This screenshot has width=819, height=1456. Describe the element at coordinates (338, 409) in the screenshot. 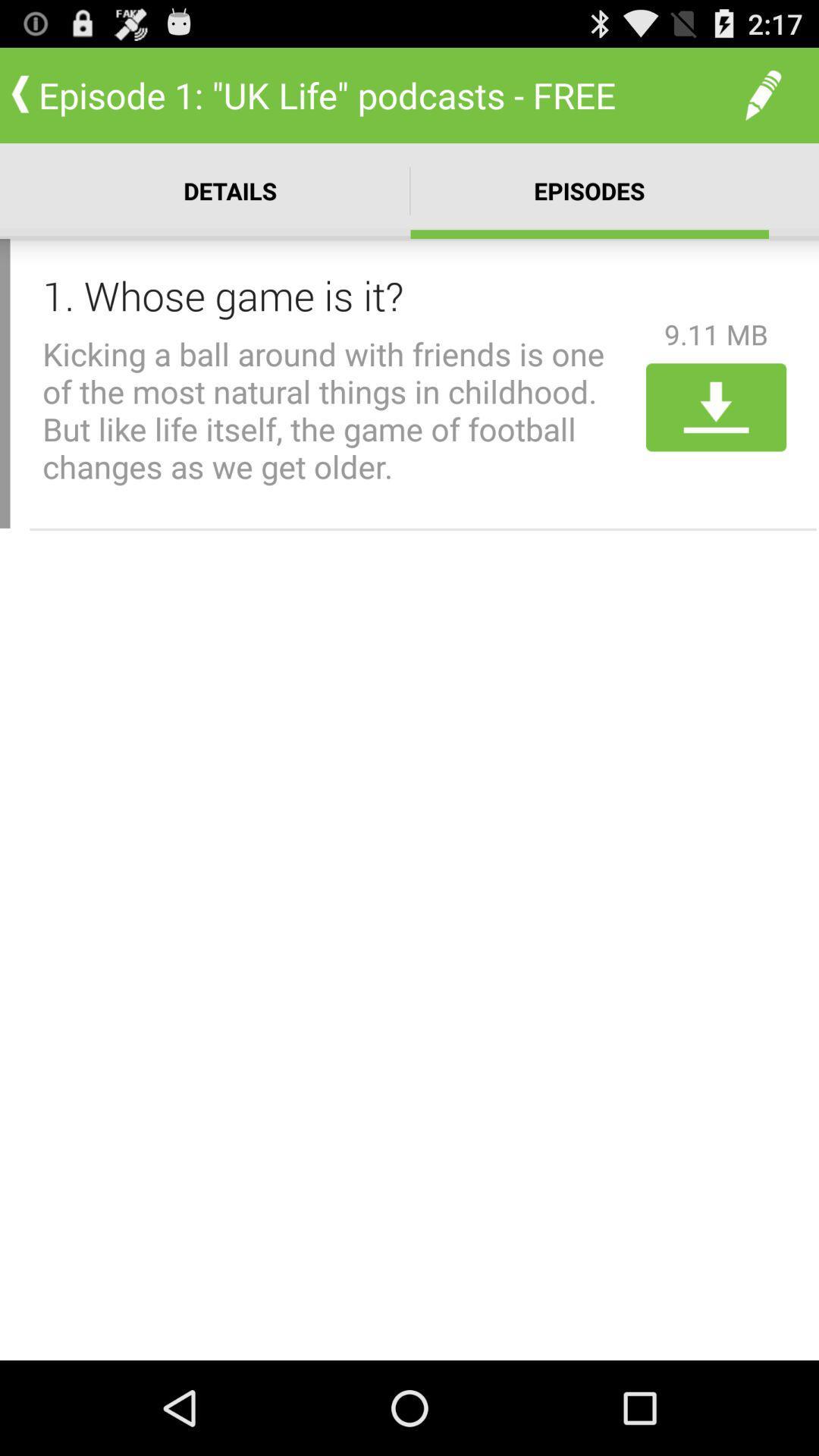

I see `icon below 1 whose game icon` at that location.